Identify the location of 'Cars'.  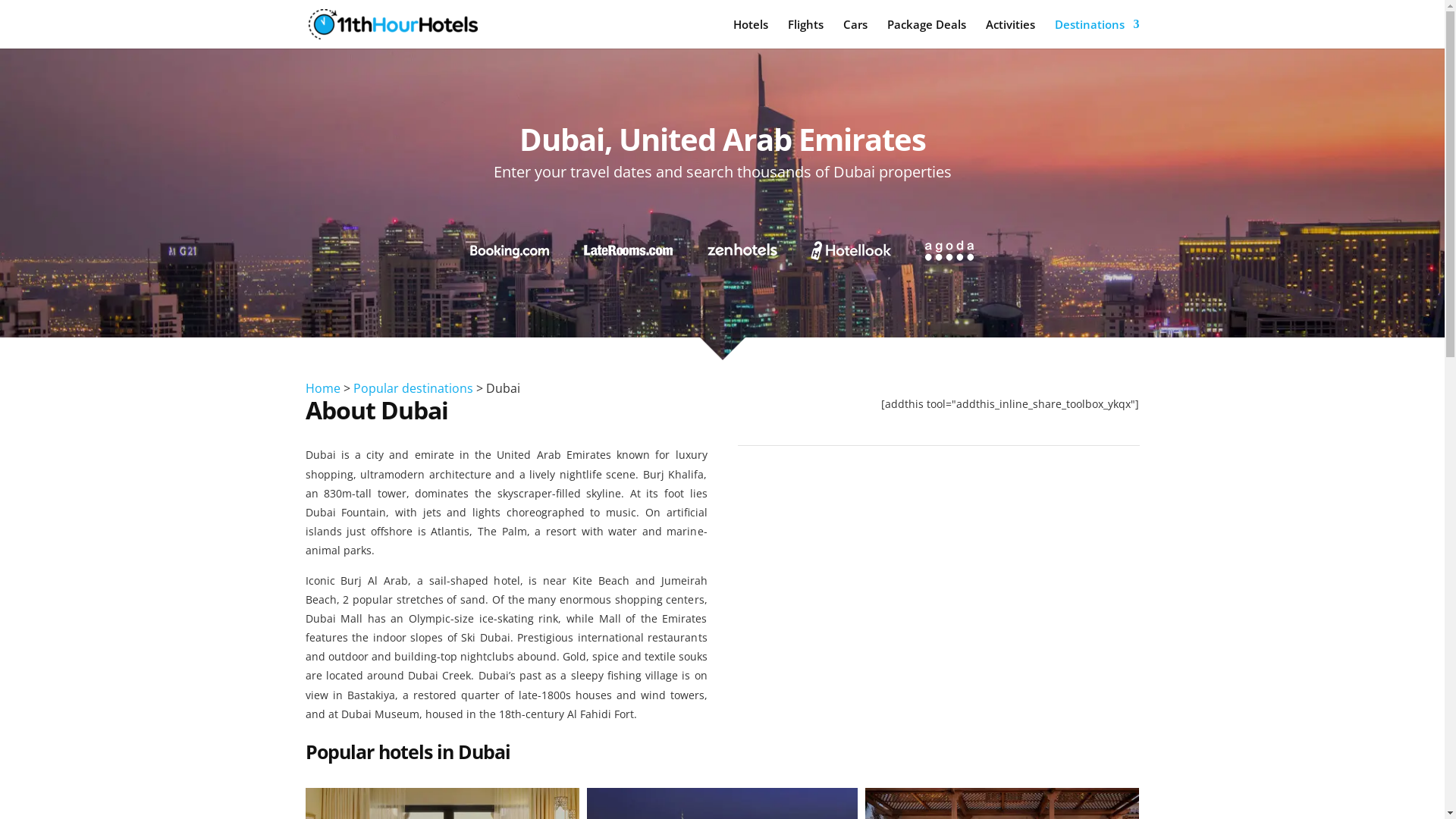
(855, 33).